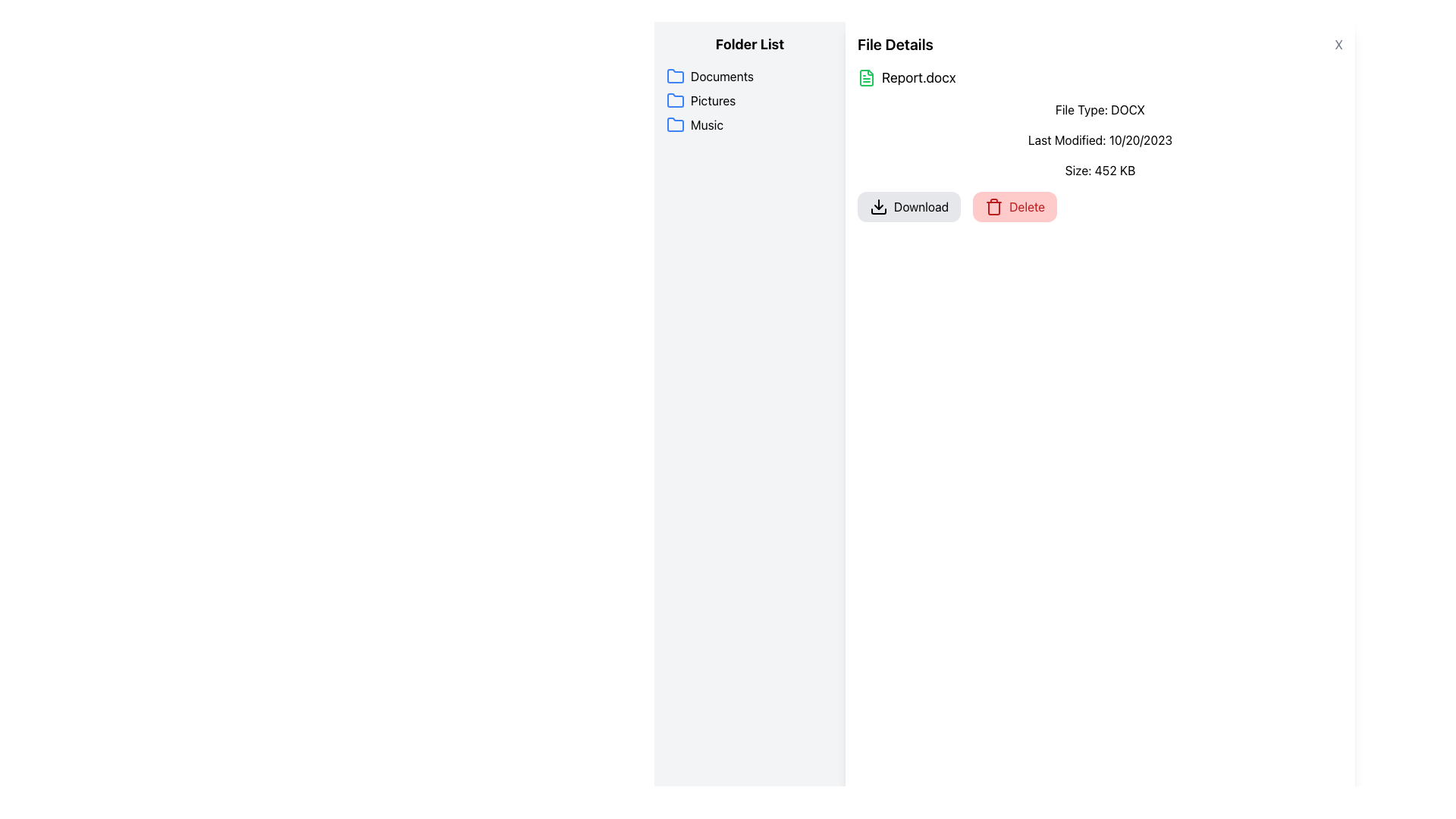  I want to click on the 'Delete' button containing the wastebasket icon, so click(994, 208).